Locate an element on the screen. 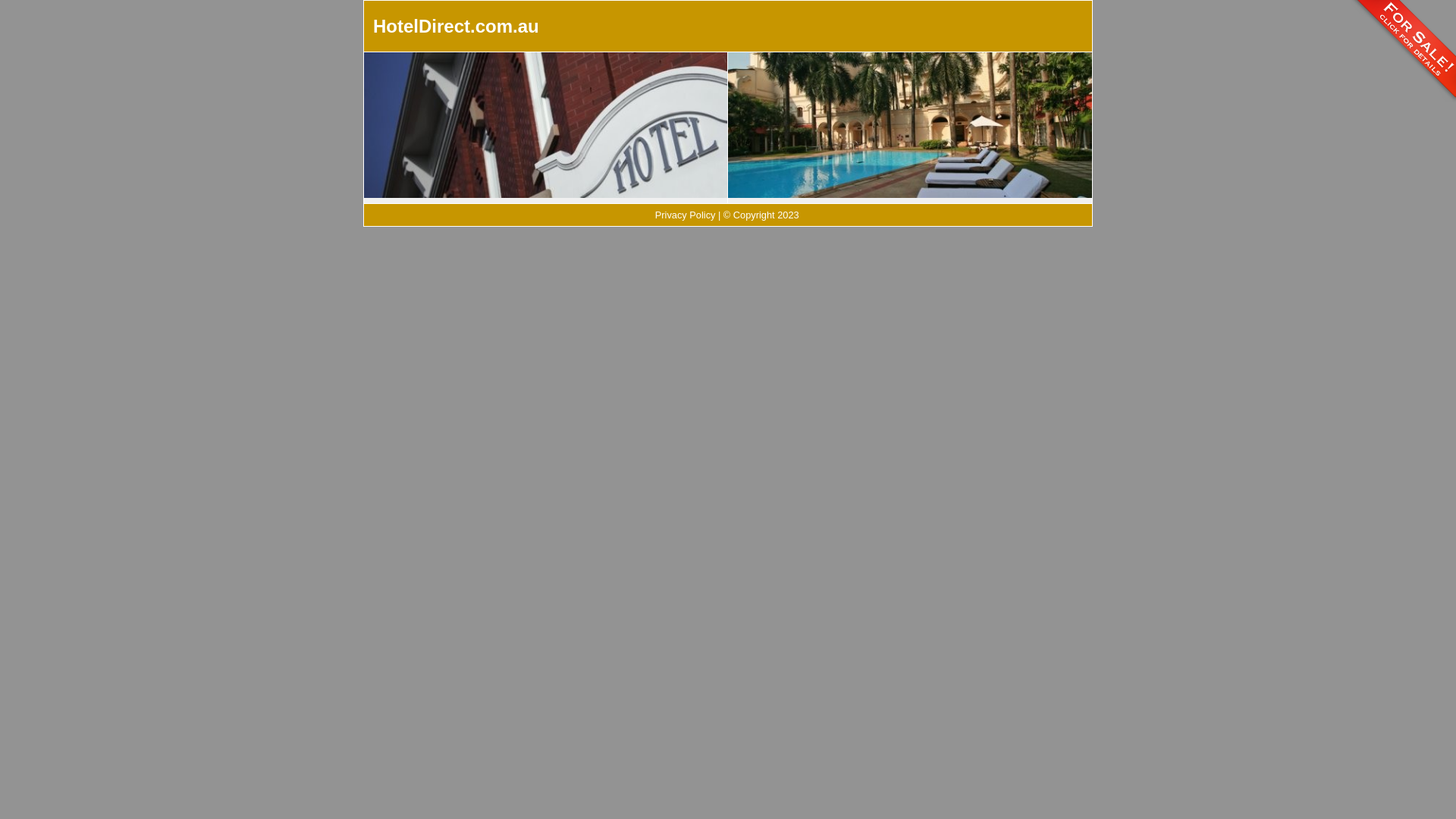 The height and width of the screenshot is (819, 1456). 'HotelDirect.com.au' is located at coordinates (372, 26).